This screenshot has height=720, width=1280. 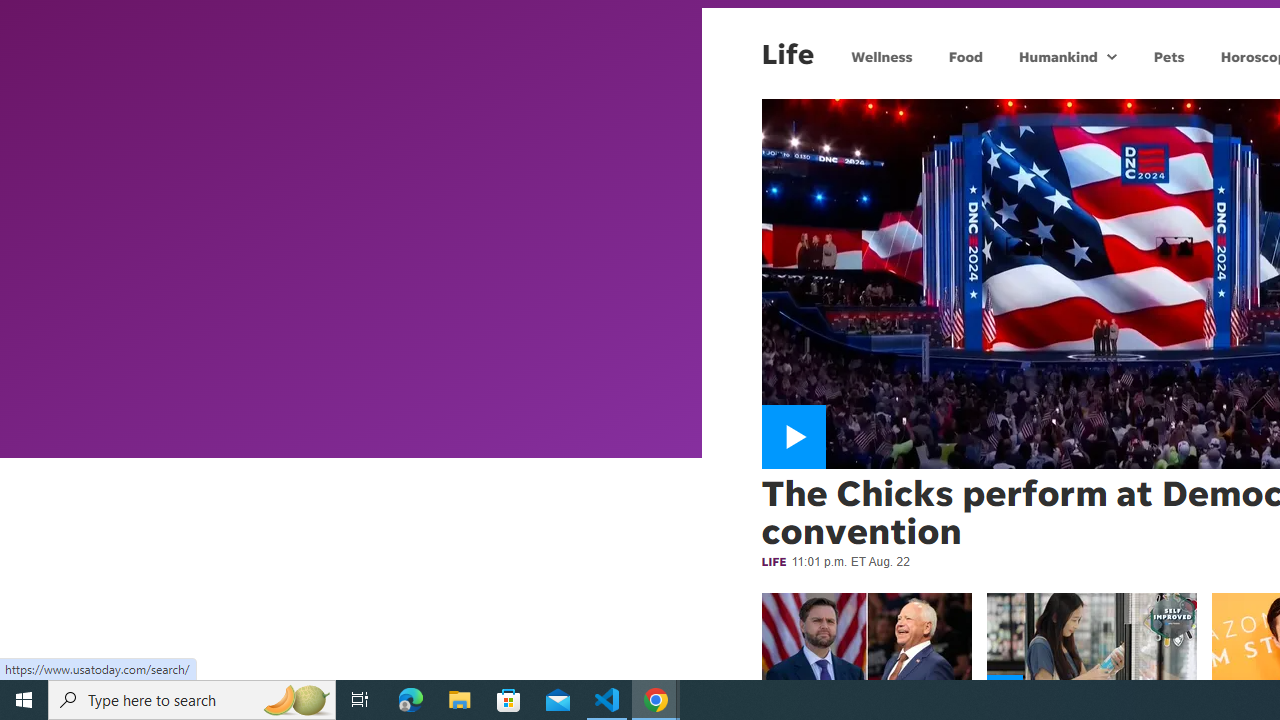 I want to click on 'Wellness', so click(x=880, y=55).